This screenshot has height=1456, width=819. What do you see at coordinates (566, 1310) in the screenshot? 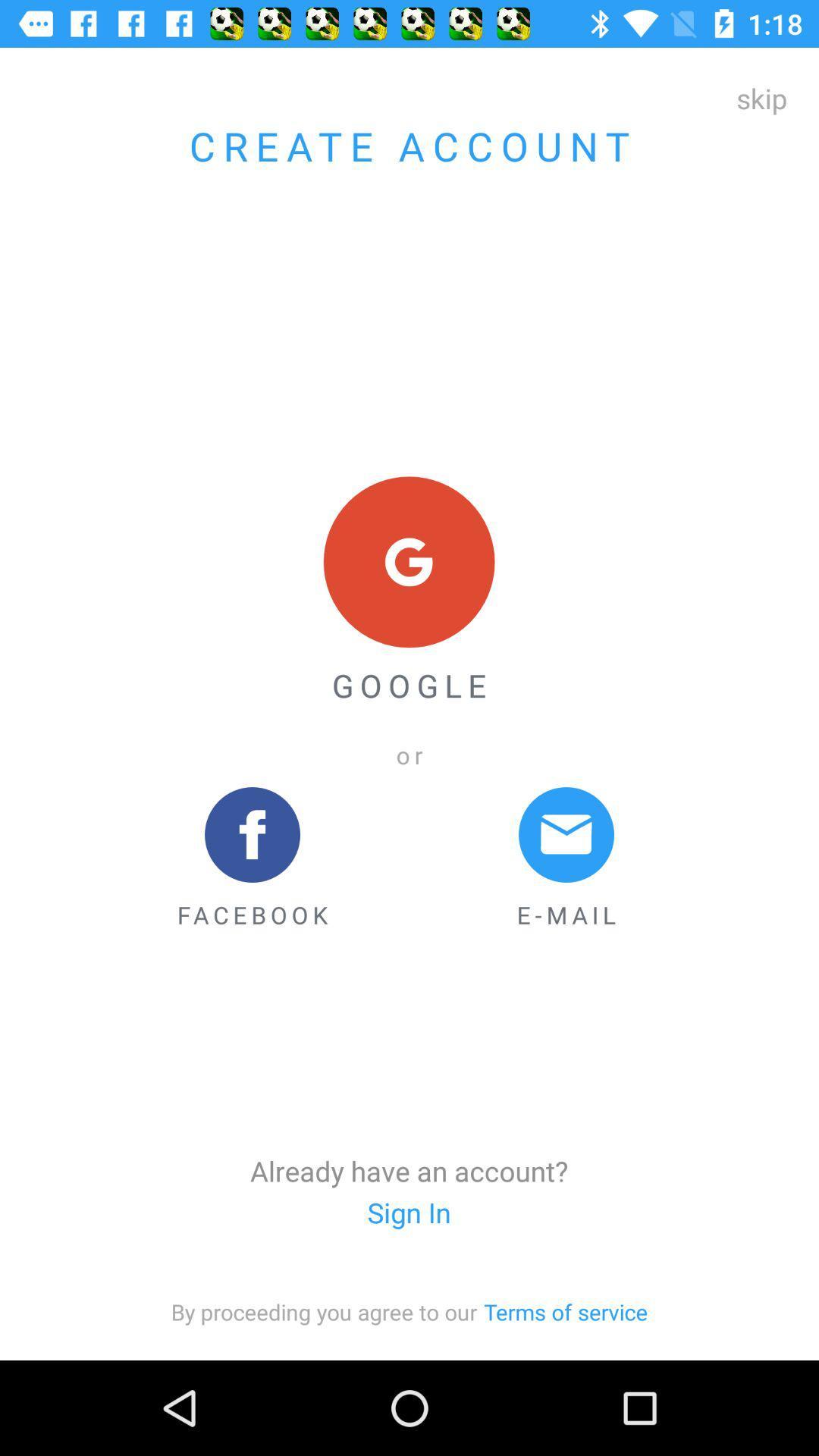
I see `icon next to` at bounding box center [566, 1310].